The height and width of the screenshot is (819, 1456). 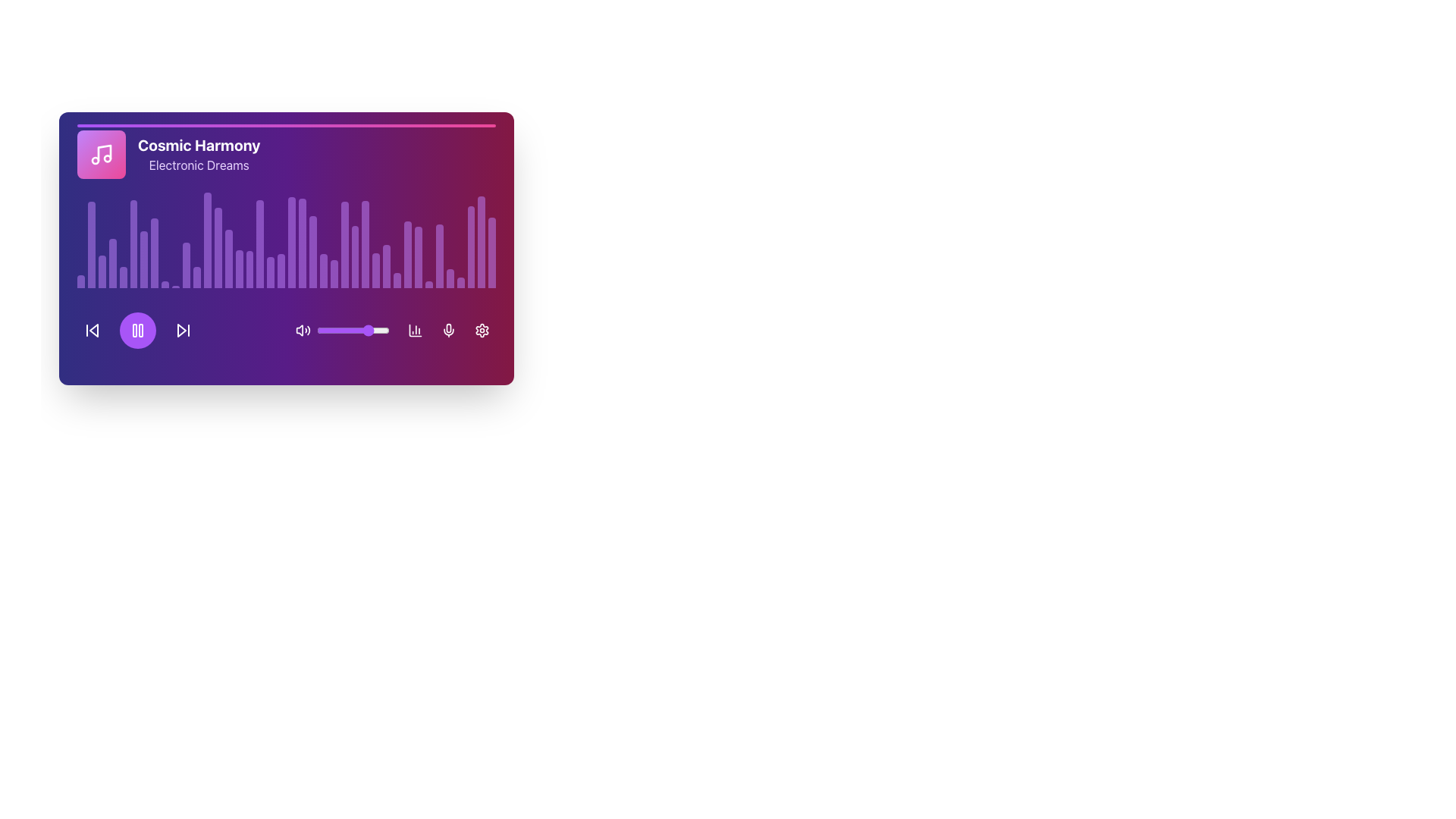 What do you see at coordinates (333, 274) in the screenshot?
I see `the graphical bar in the equalizer interface, which is the 24th element from the left in a horizontal arrangement` at bounding box center [333, 274].